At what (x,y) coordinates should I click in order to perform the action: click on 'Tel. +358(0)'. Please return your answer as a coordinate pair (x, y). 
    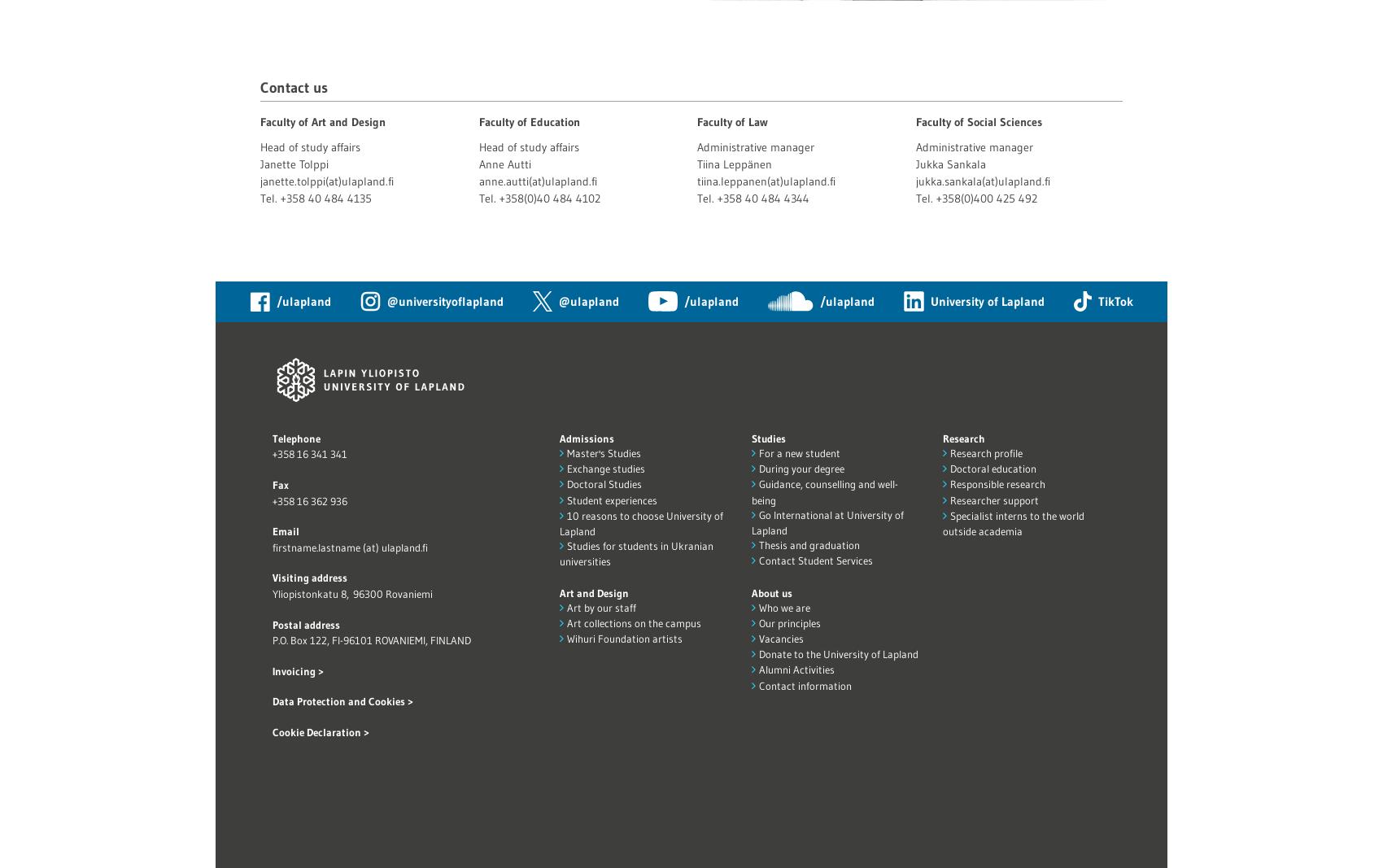
    Looking at the image, I should click on (944, 197).